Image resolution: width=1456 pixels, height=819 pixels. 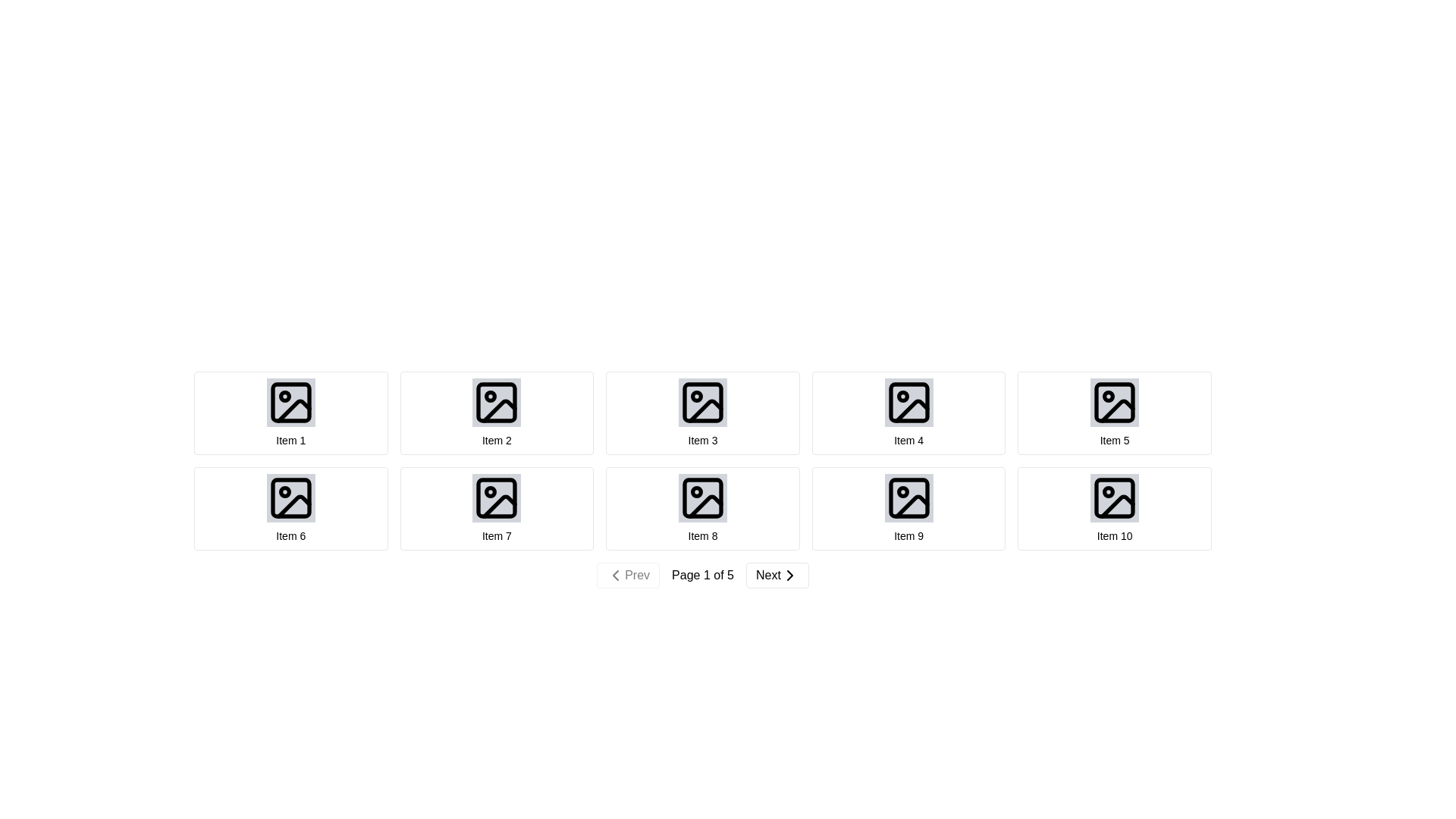 What do you see at coordinates (701, 497) in the screenshot?
I see `the small rectangular graphic within the icon for 'Item 8'` at bounding box center [701, 497].